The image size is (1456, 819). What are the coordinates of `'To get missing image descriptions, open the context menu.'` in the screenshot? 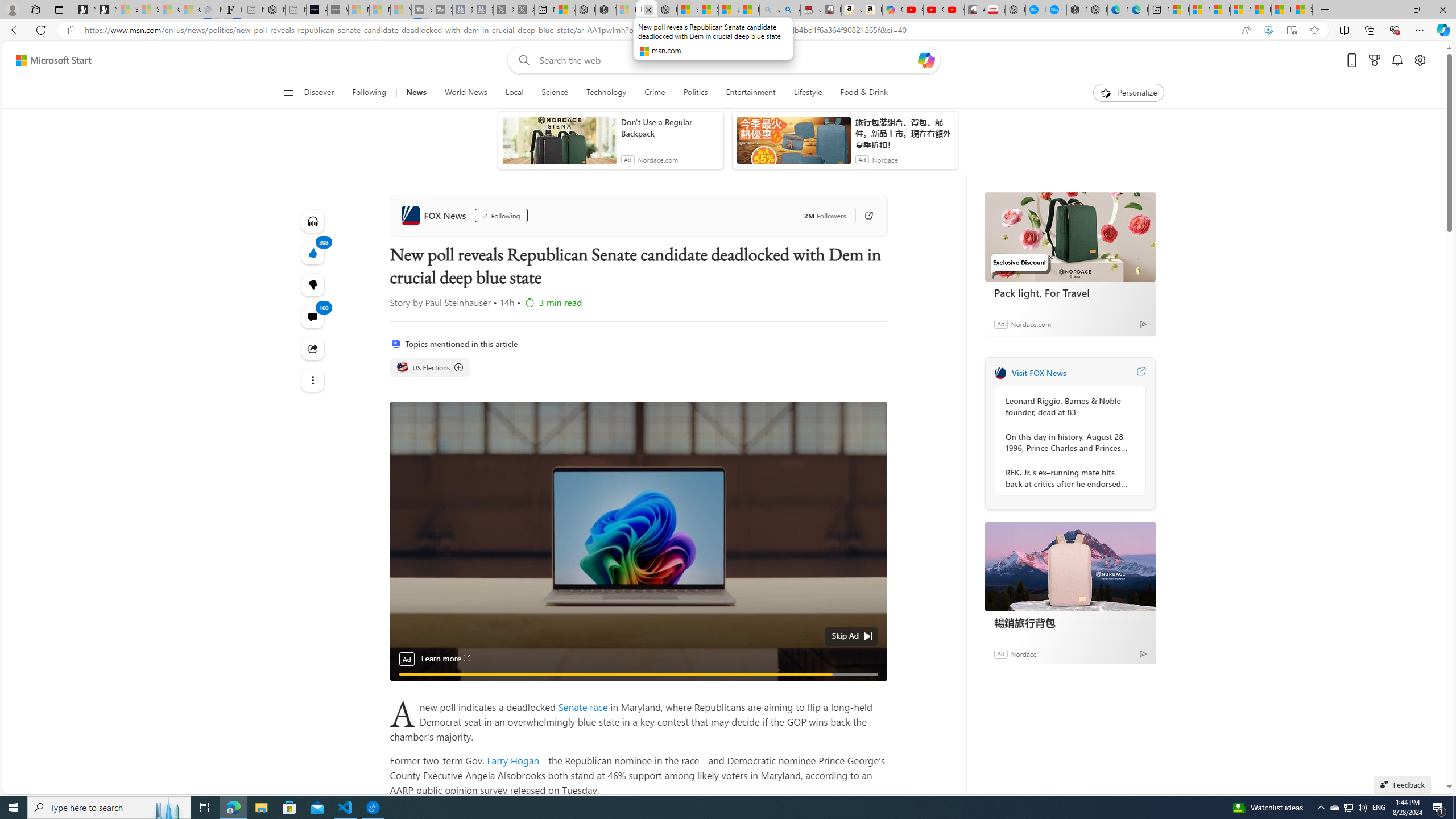 It's located at (1106, 92).